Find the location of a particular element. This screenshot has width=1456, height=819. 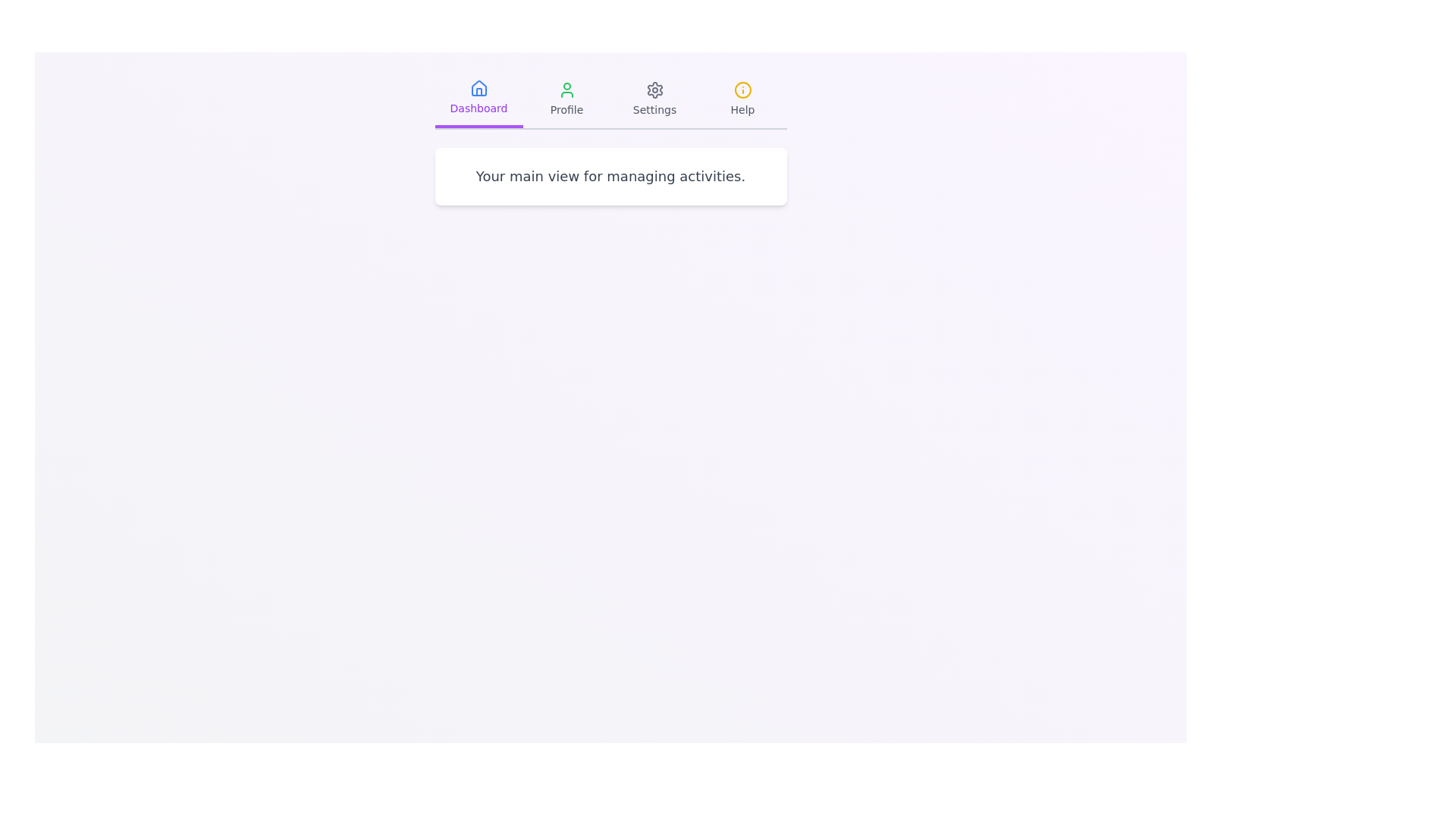

the tab labeled Profile is located at coordinates (566, 99).